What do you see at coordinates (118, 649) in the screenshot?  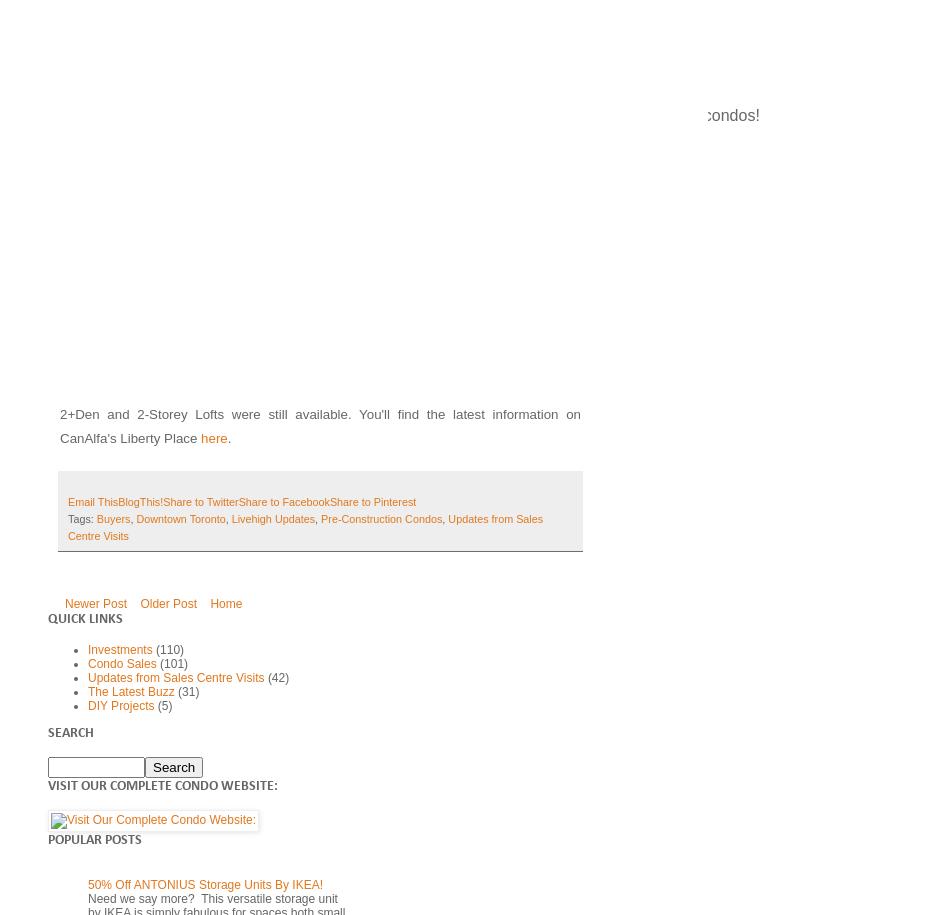 I see `'Investments'` at bounding box center [118, 649].